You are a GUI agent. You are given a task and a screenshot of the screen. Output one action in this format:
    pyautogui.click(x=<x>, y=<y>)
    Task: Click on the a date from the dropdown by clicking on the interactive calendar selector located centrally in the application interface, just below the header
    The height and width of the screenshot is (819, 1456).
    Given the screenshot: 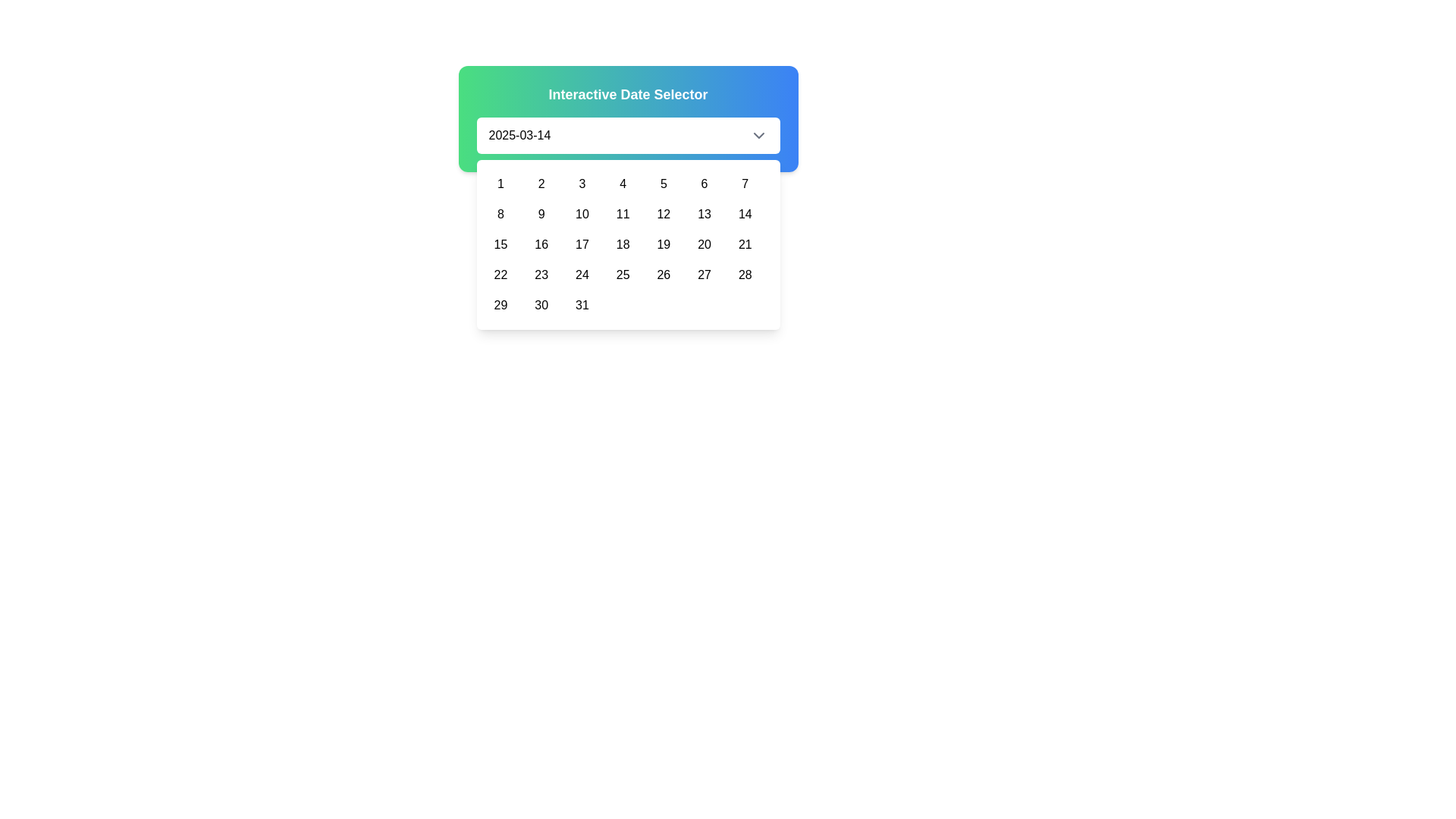 What is the action you would take?
    pyautogui.click(x=628, y=118)
    